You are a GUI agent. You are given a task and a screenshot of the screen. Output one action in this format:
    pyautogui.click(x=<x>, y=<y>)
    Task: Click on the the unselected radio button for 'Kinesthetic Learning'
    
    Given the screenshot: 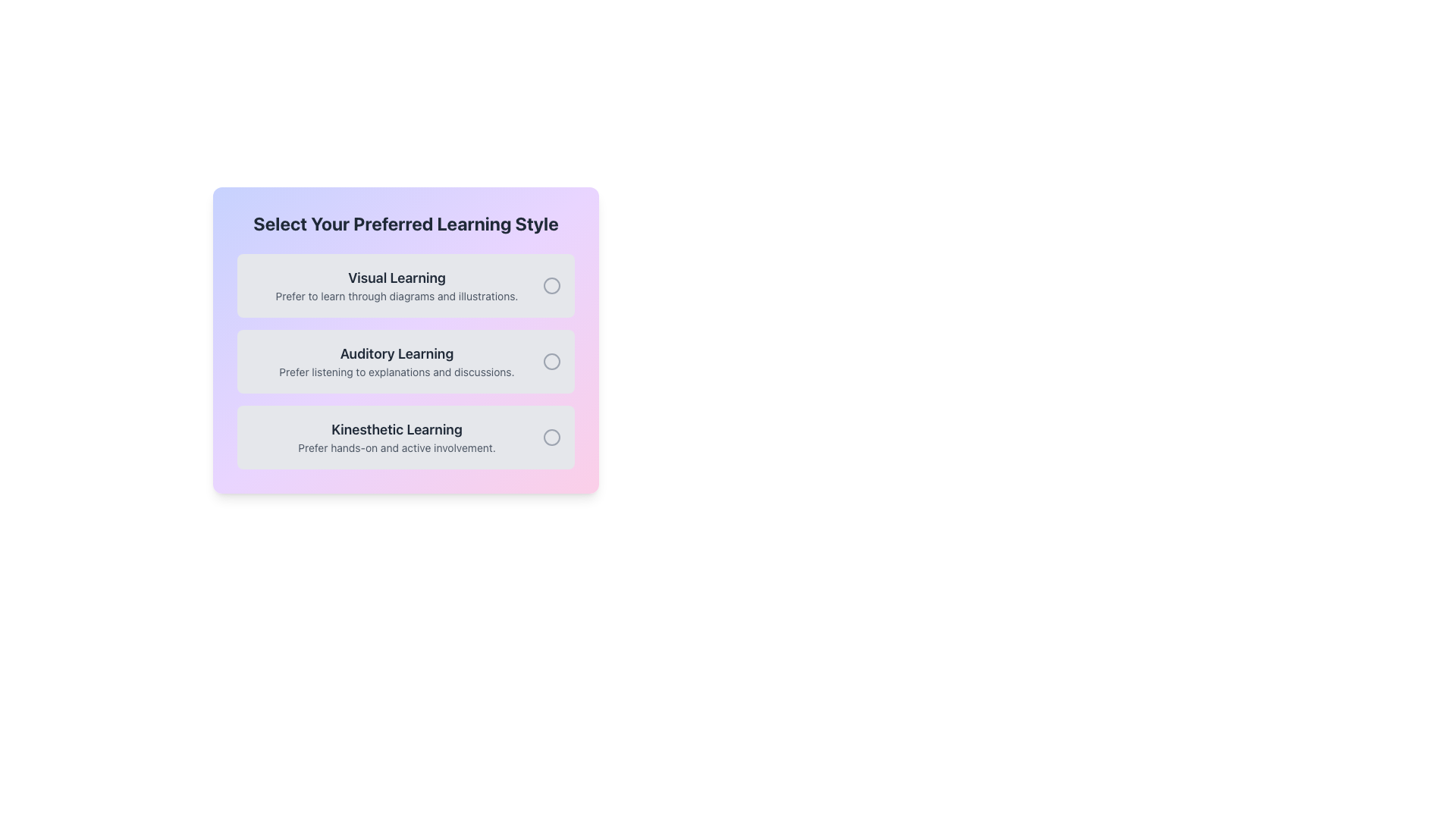 What is the action you would take?
    pyautogui.click(x=551, y=438)
    